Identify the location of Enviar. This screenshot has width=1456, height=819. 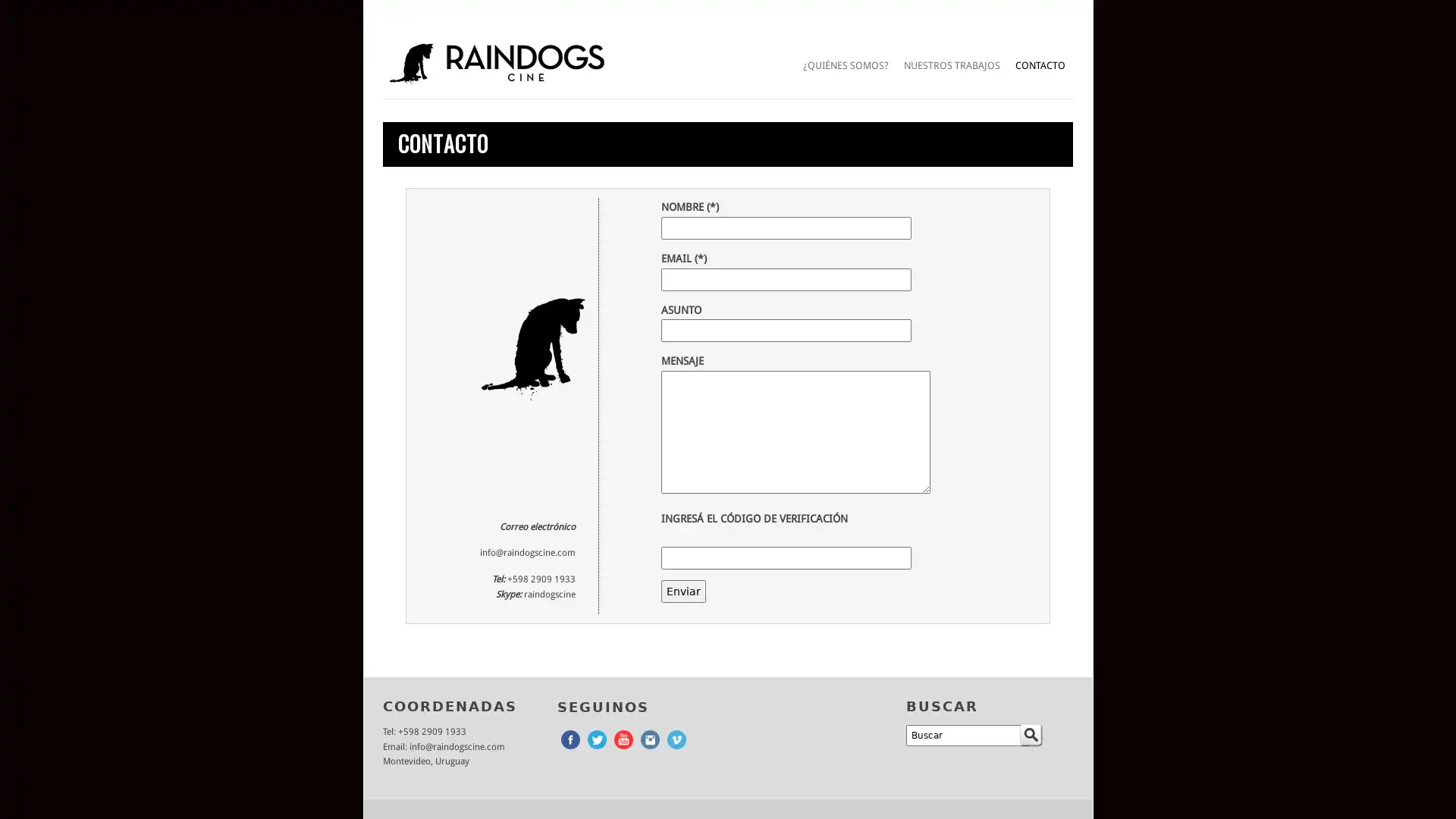
(682, 590).